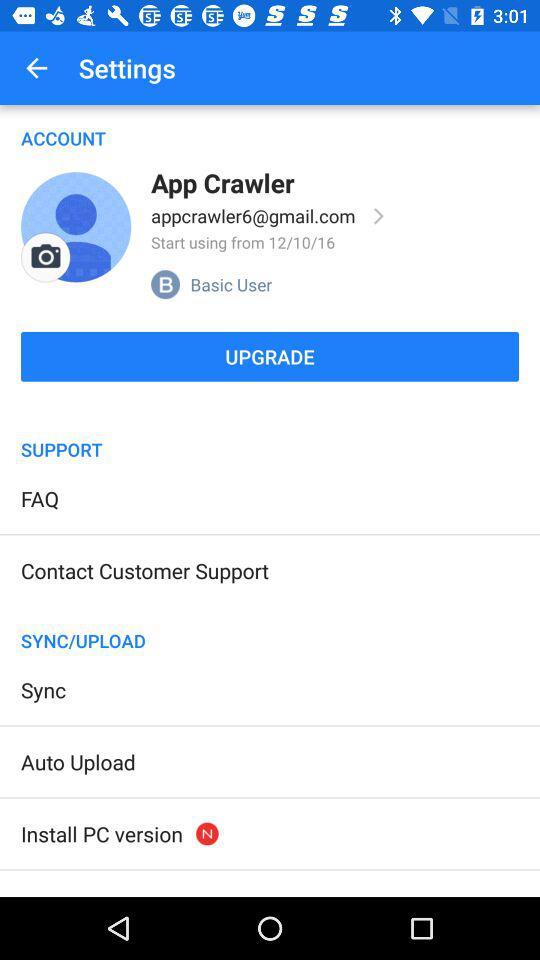 This screenshot has height=960, width=540. Describe the element at coordinates (45, 256) in the screenshot. I see `the icon below the account icon` at that location.